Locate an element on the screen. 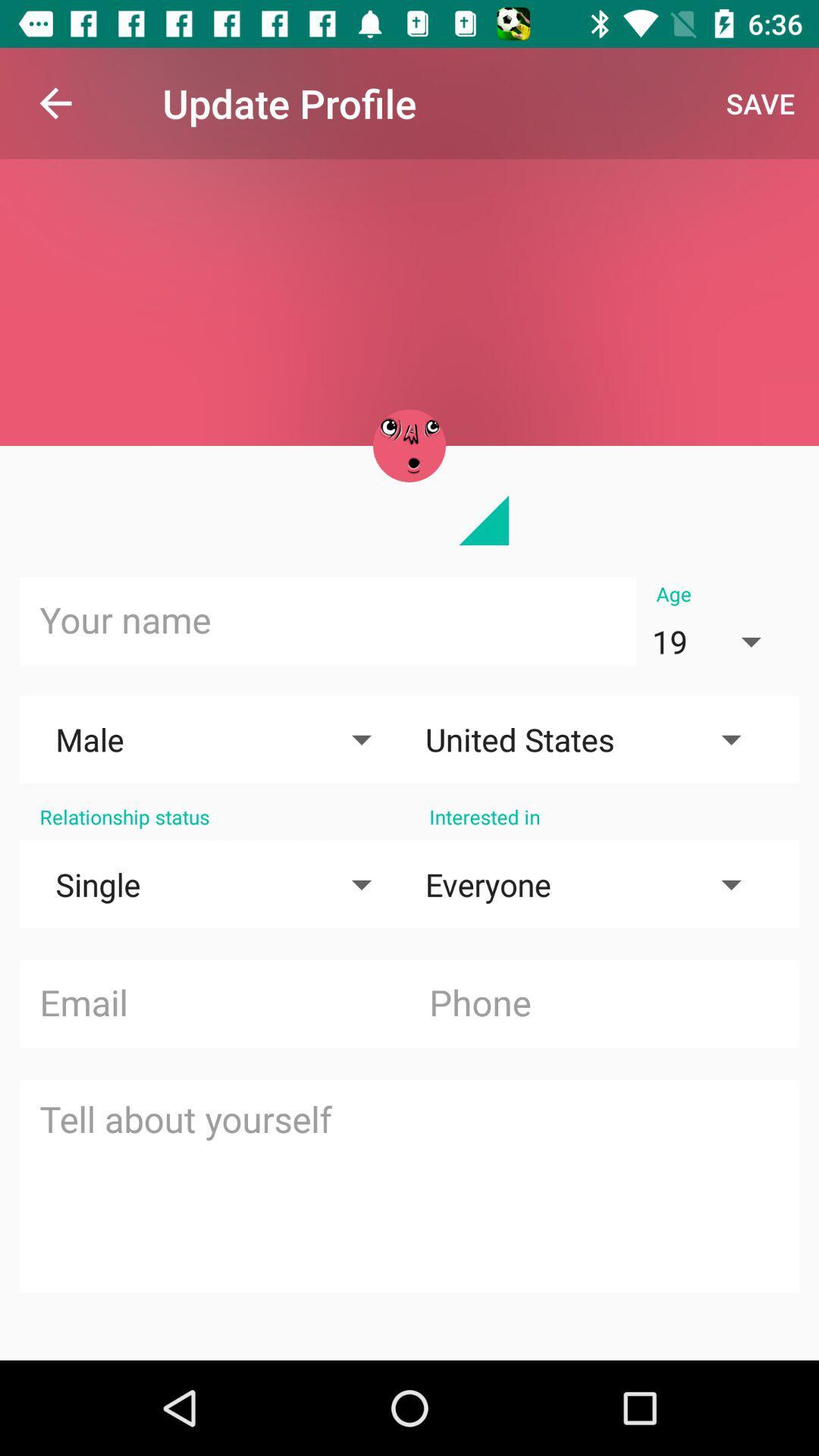  tell about yourself is located at coordinates (409, 1185).